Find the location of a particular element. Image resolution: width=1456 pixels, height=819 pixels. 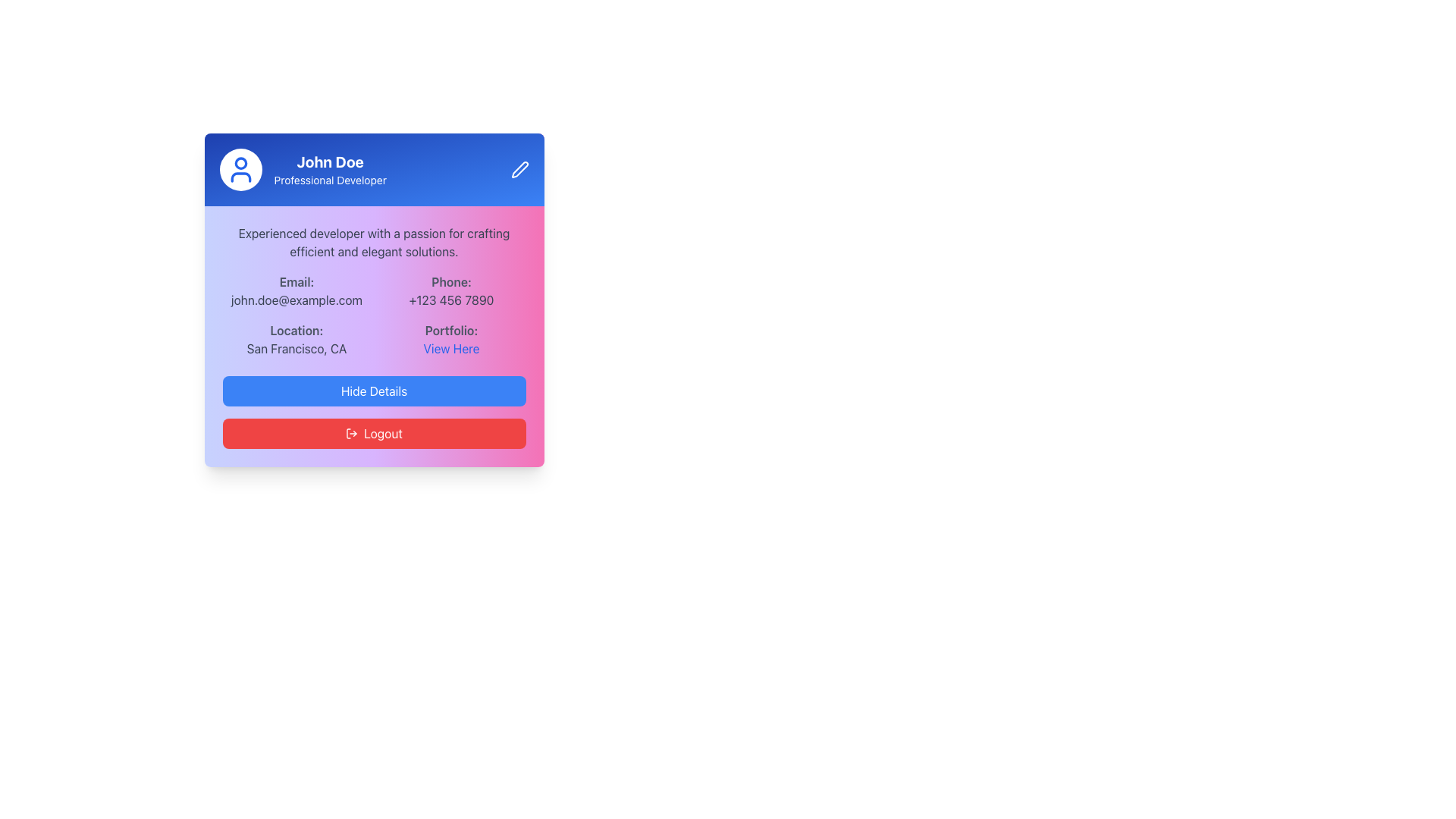

the 'Logout' button that displays white text on a red background, located at the bottom of the user information card is located at coordinates (383, 433).